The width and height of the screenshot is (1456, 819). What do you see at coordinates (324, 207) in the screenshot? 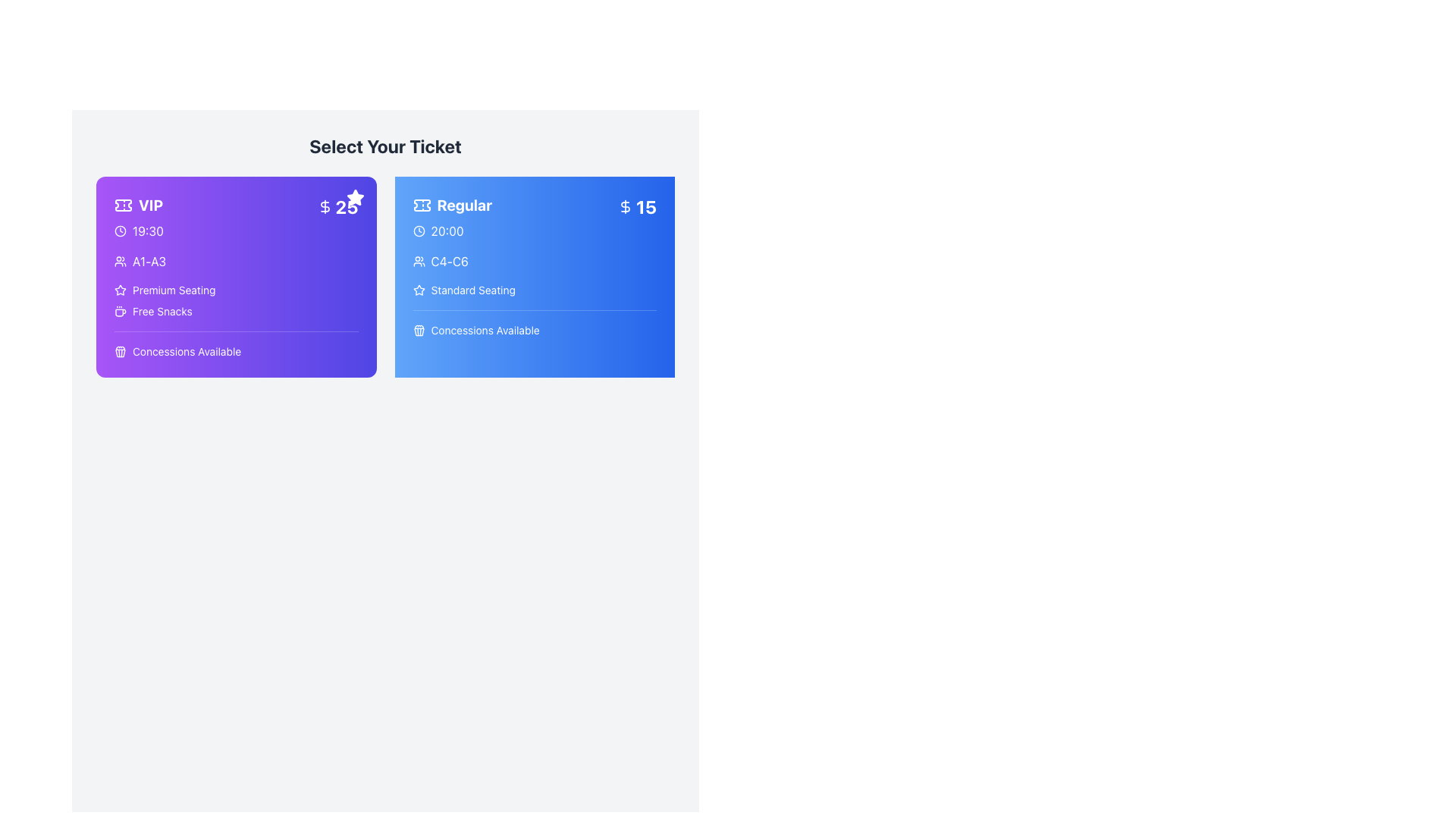
I see `the dollar sign icon, which is white on a purple background and positioned within the 'VIP' ticket selection card, located to the left of the number '25'` at bounding box center [324, 207].